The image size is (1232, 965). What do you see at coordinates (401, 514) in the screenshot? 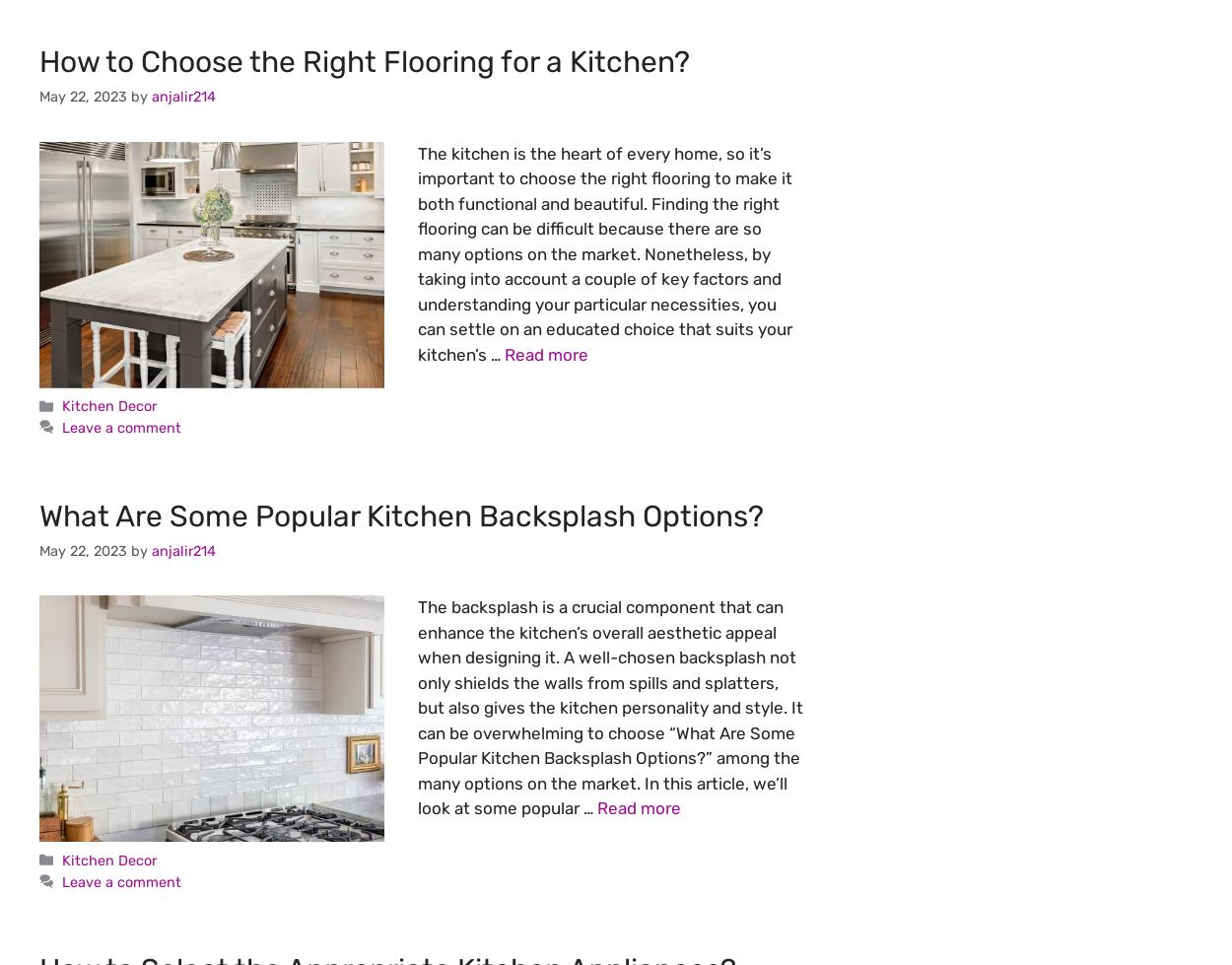
I see `'What Are Some Popular Kitchen Backsplash Options?'` at bounding box center [401, 514].